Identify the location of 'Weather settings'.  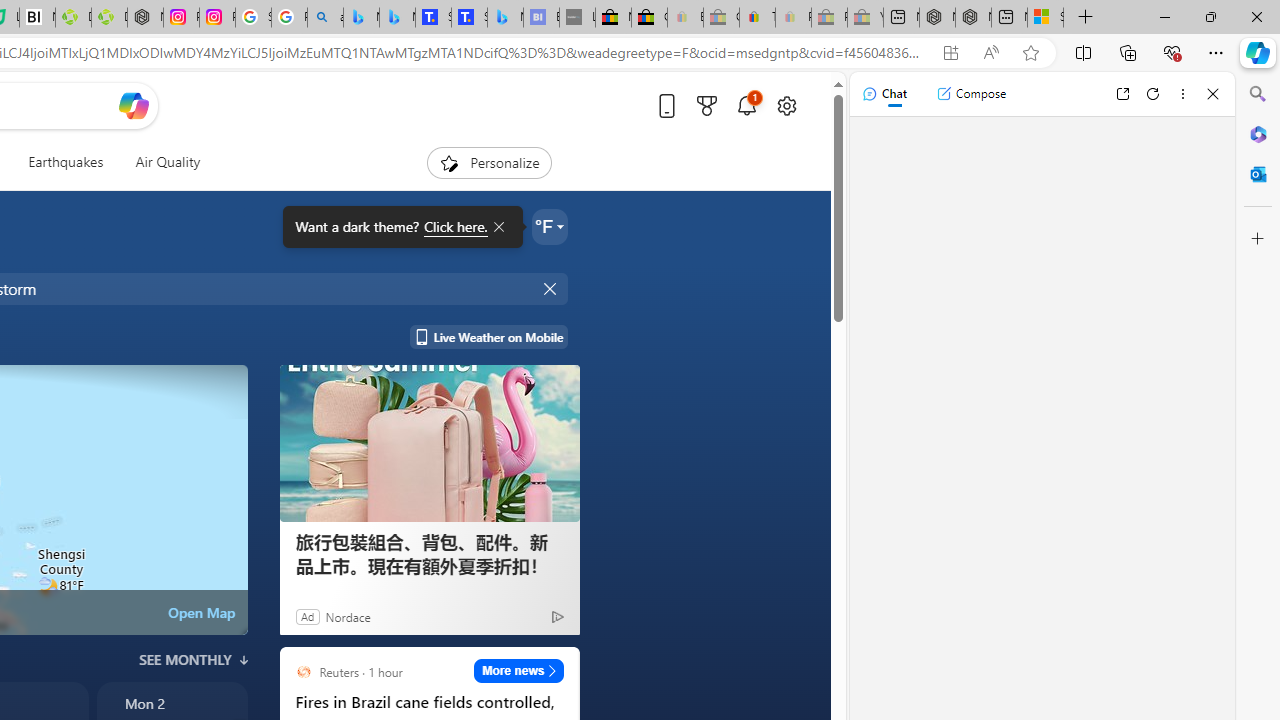
(549, 225).